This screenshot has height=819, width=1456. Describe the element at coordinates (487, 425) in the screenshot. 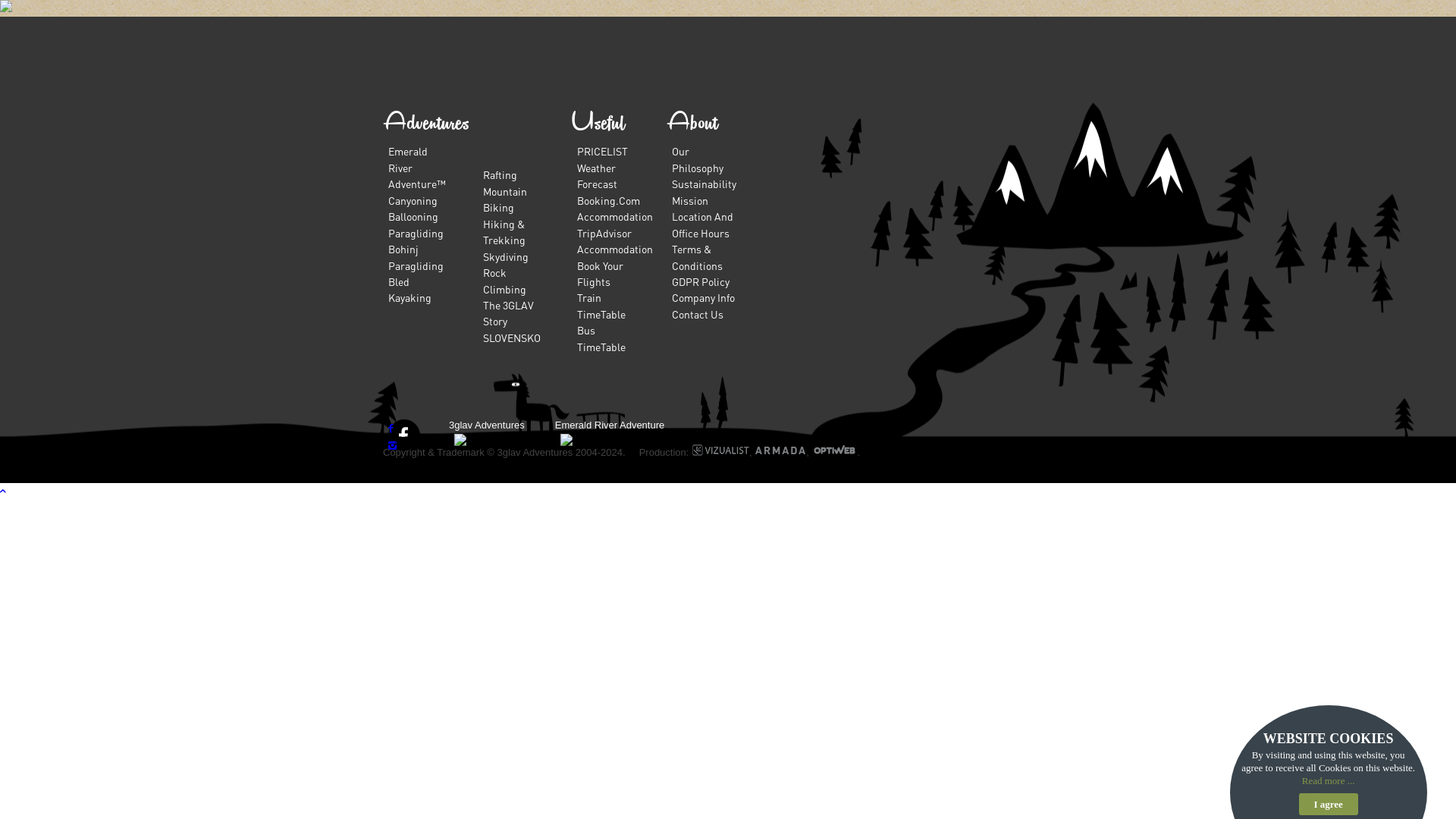

I see `'3glav Adventures'` at that location.